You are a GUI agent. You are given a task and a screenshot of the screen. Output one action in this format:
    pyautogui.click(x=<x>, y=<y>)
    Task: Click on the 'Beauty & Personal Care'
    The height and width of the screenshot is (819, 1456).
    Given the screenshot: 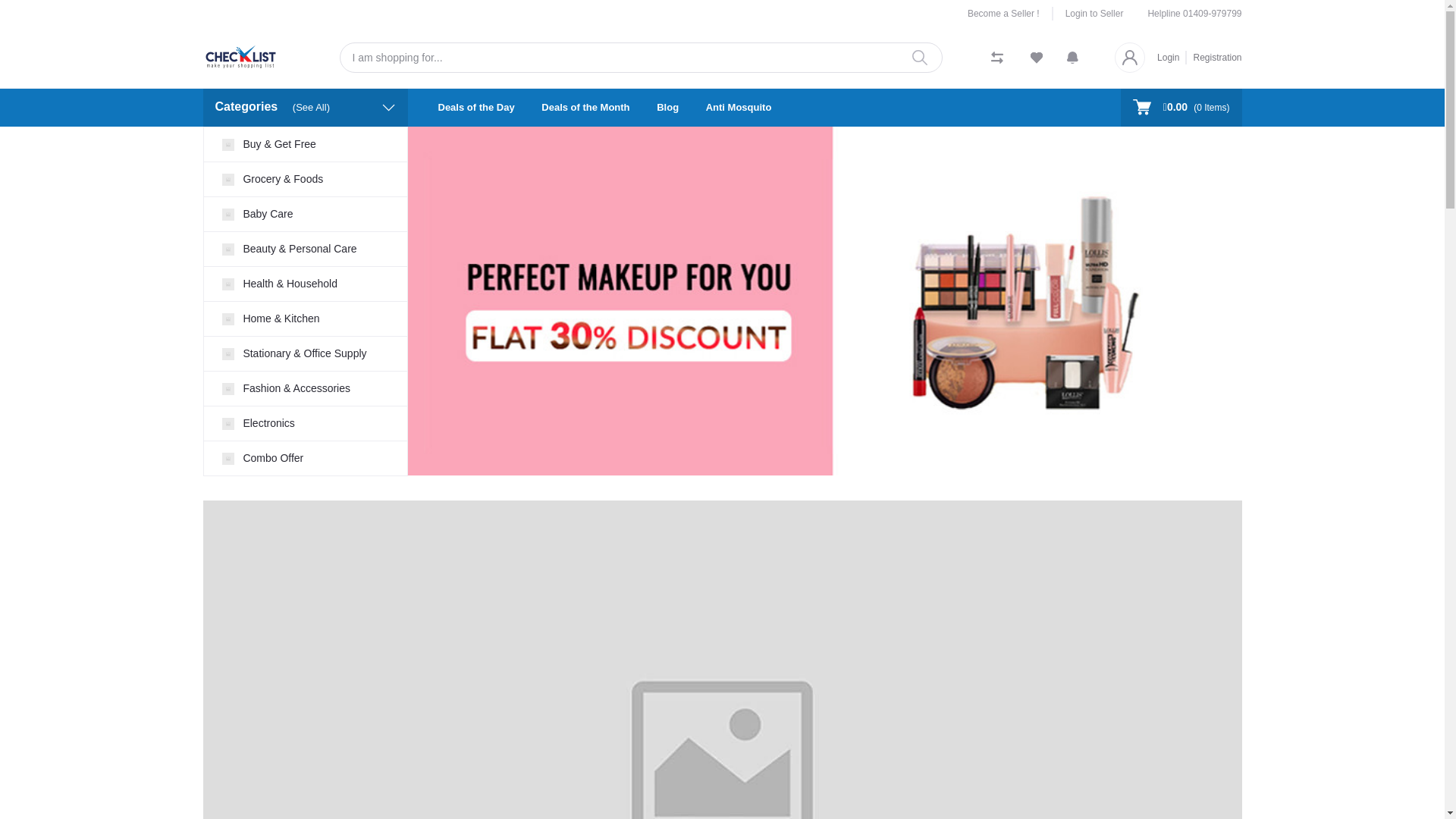 What is the action you would take?
    pyautogui.click(x=304, y=248)
    